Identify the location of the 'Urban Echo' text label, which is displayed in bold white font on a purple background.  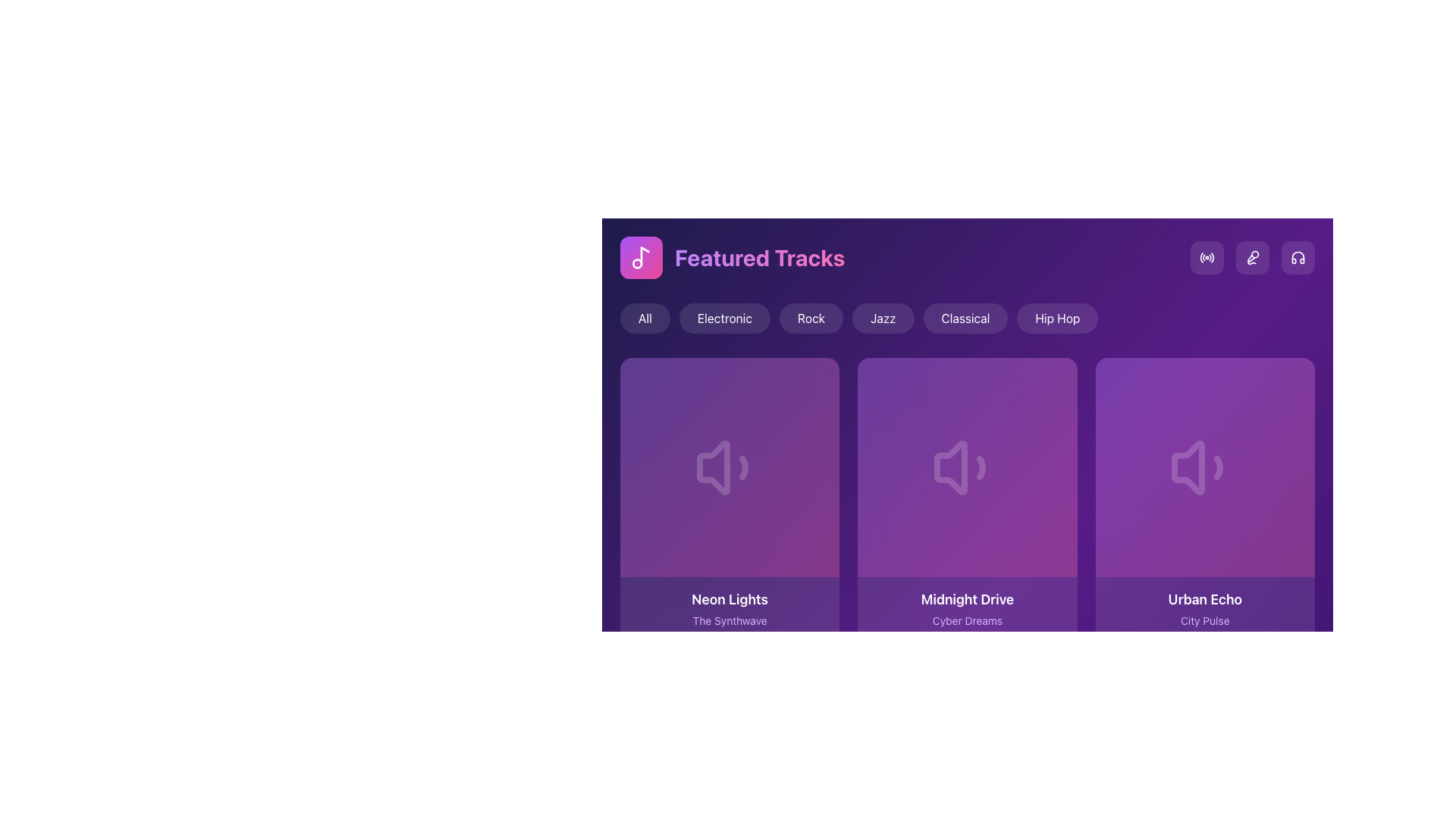
(1204, 599).